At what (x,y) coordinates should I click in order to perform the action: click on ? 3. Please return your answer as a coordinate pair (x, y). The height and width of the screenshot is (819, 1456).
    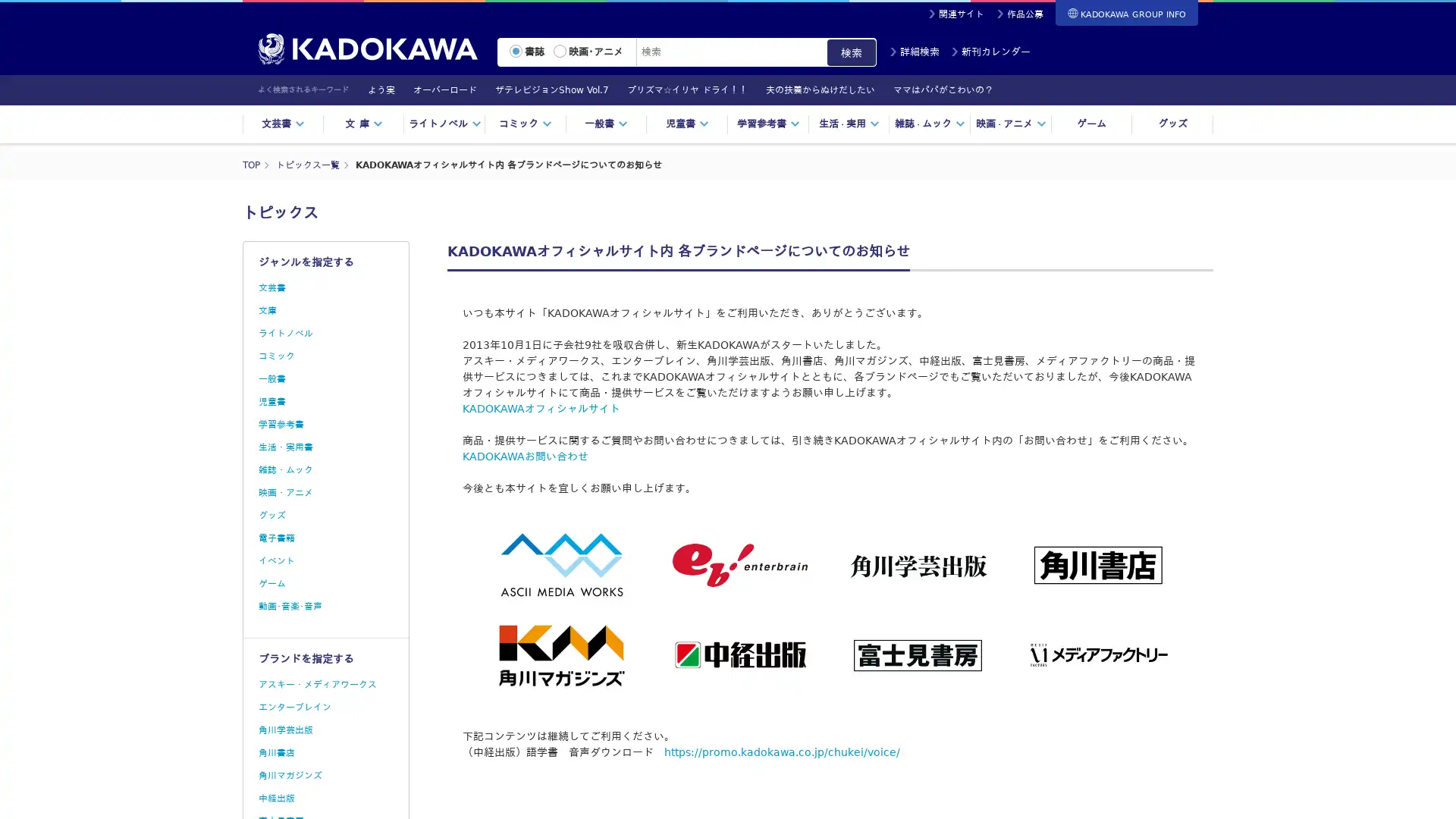
    Looking at the image, I should click on (772, 114).